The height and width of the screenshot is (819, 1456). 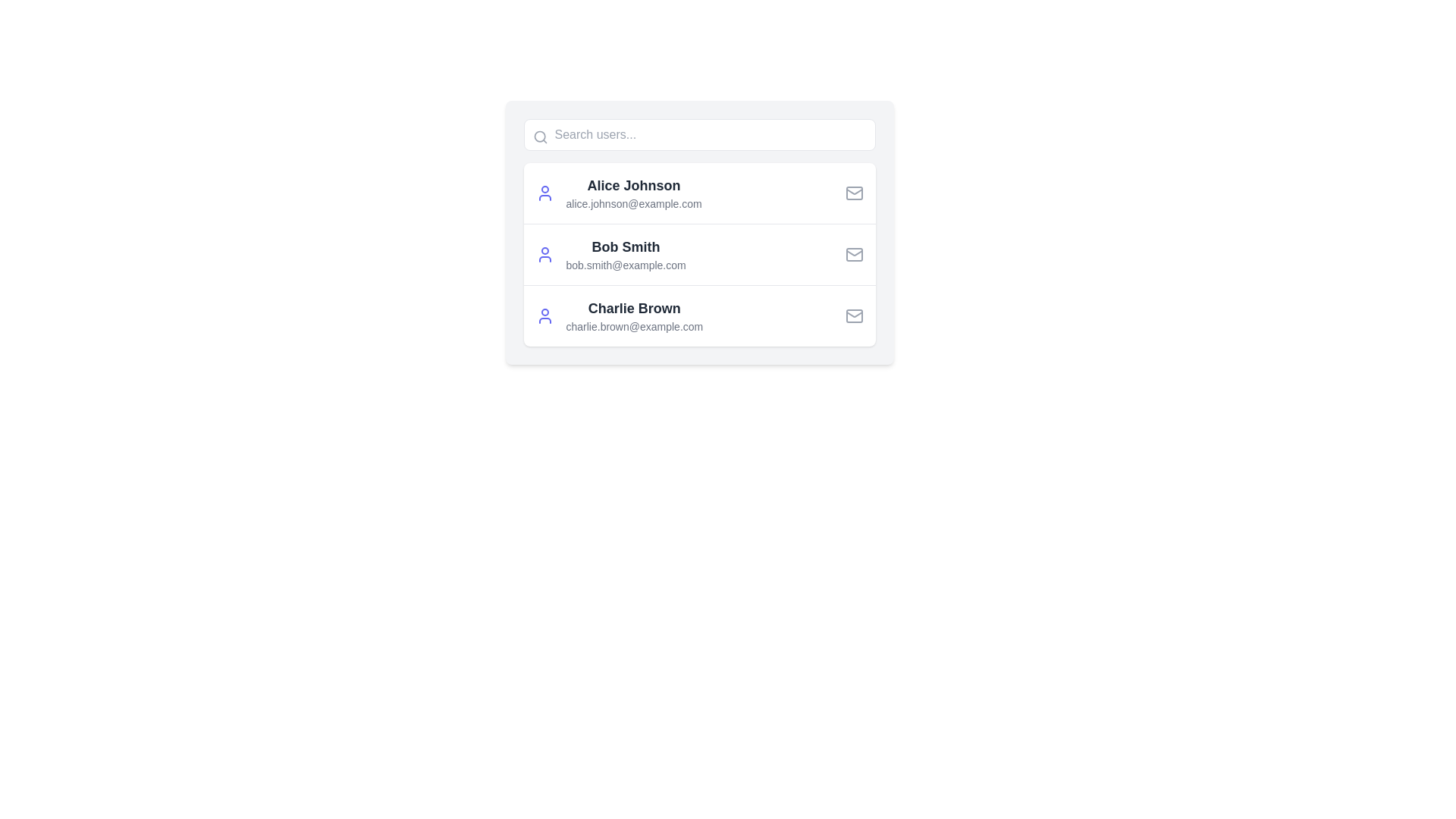 What do you see at coordinates (698, 253) in the screenshot?
I see `the second row List Item displaying the name 'Bob Smith' and email 'bob.smith@example.com', which is located in a vertically stacked list of user entries` at bounding box center [698, 253].